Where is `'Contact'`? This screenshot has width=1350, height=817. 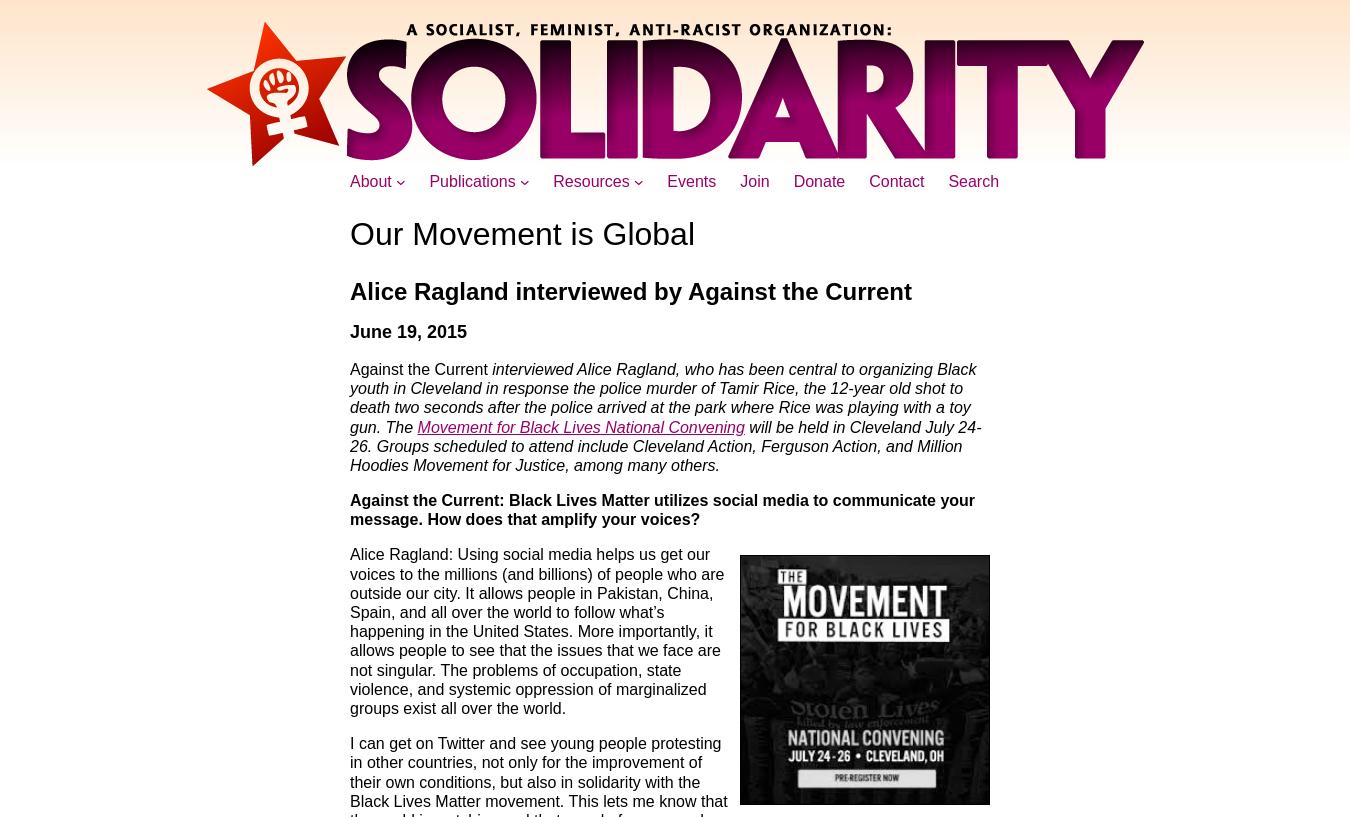 'Contact' is located at coordinates (896, 180).